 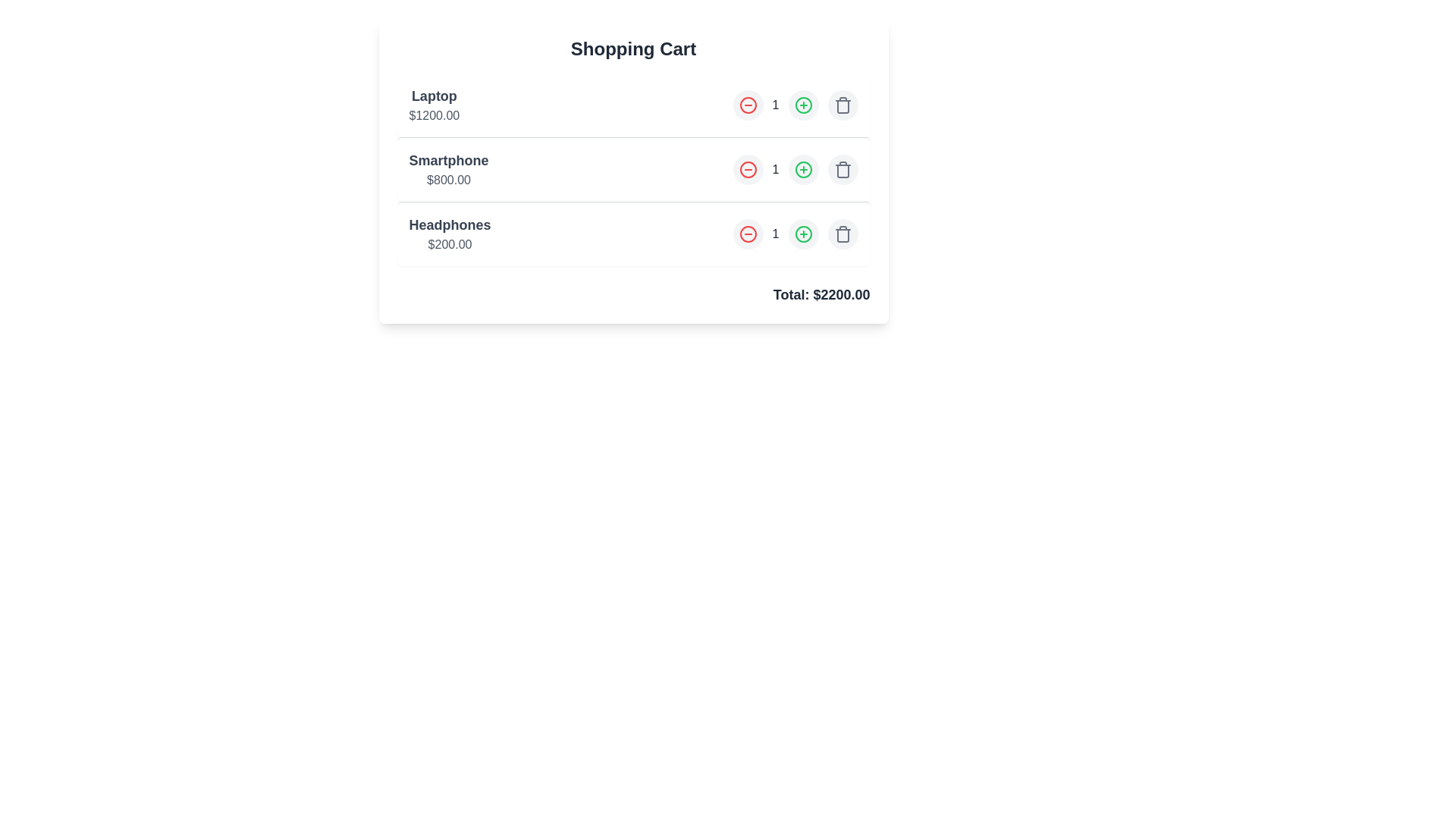 I want to click on the trash icon to remove the item Laptop from the cart, so click(x=842, y=104).